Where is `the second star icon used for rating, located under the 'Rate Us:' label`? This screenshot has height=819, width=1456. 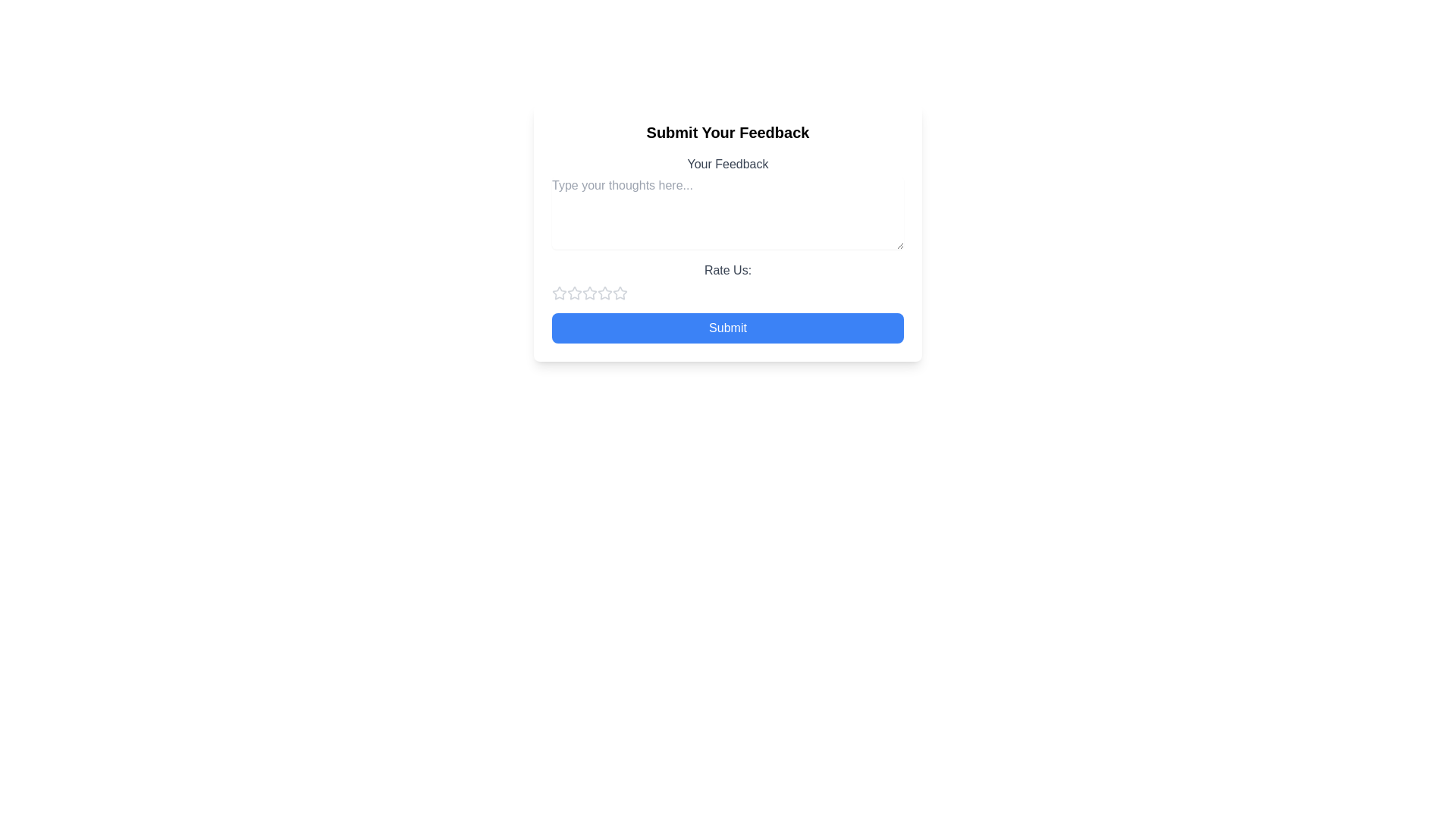 the second star icon used for rating, located under the 'Rate Us:' label is located at coordinates (588, 293).